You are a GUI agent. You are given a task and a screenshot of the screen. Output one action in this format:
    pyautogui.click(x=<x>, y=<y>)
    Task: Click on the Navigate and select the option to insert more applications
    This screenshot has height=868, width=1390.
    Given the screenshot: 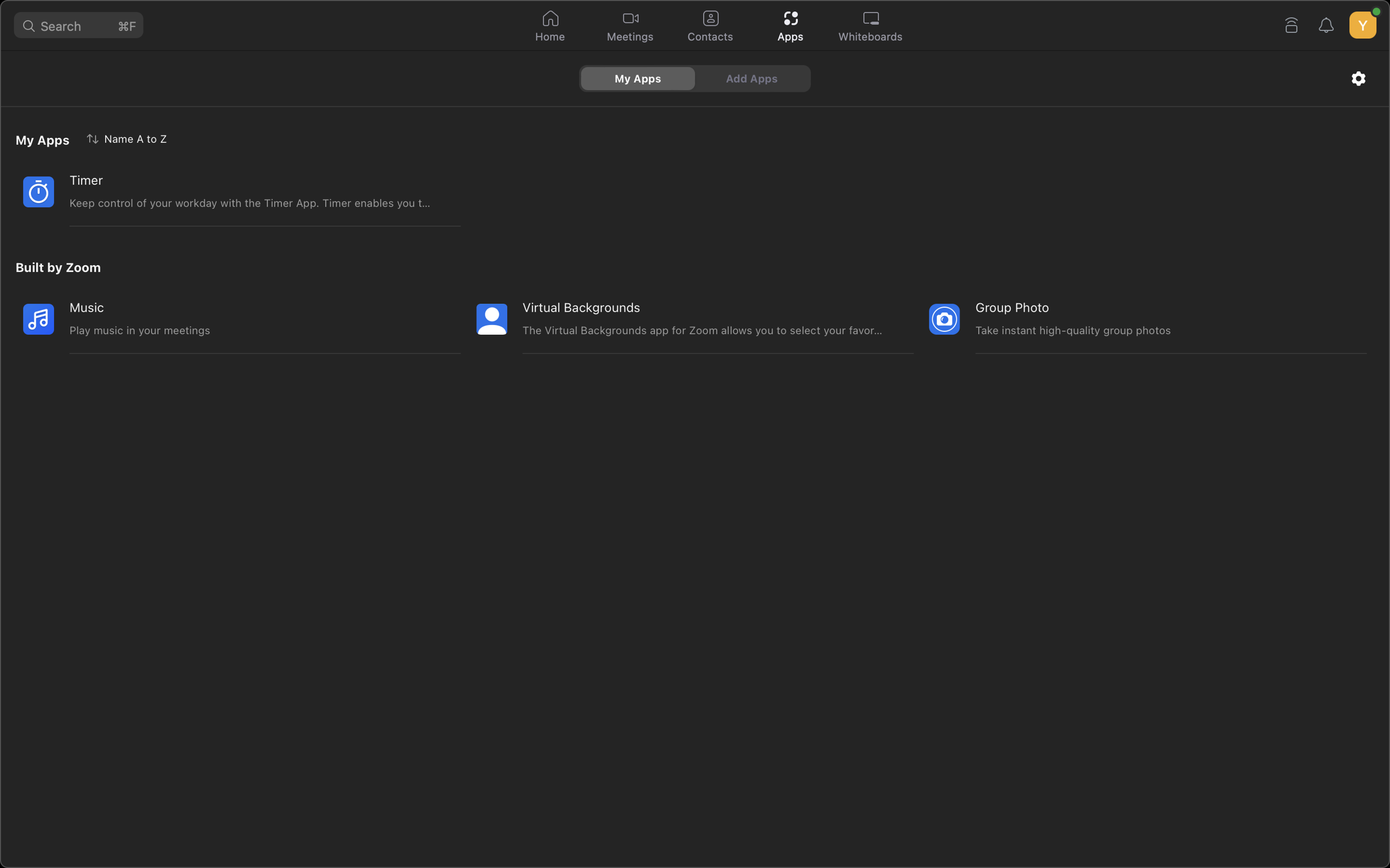 What is the action you would take?
    pyautogui.click(x=753, y=77)
    